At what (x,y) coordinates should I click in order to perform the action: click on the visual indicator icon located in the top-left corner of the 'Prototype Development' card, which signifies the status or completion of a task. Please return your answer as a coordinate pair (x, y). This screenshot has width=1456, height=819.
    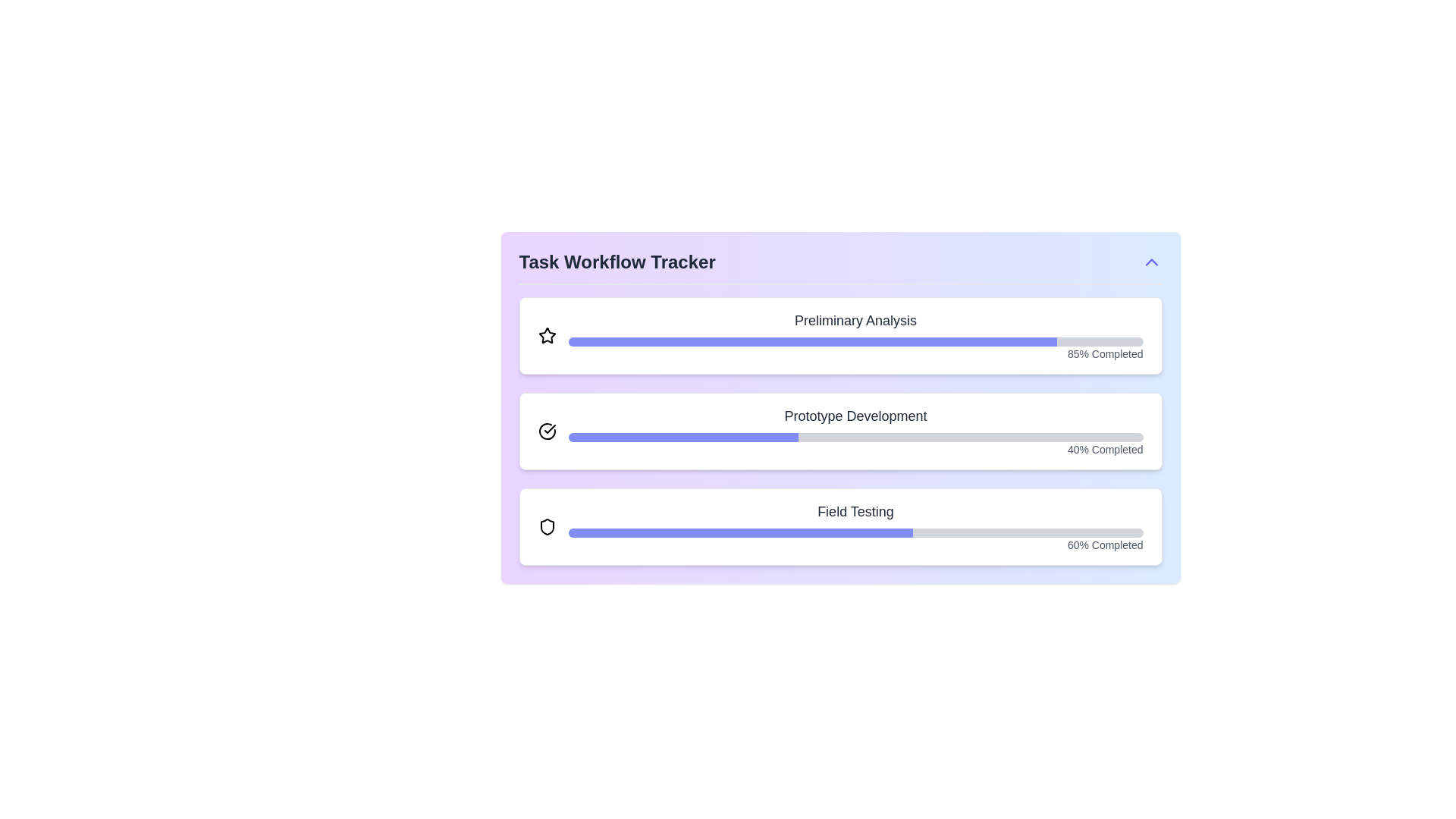
    Looking at the image, I should click on (546, 431).